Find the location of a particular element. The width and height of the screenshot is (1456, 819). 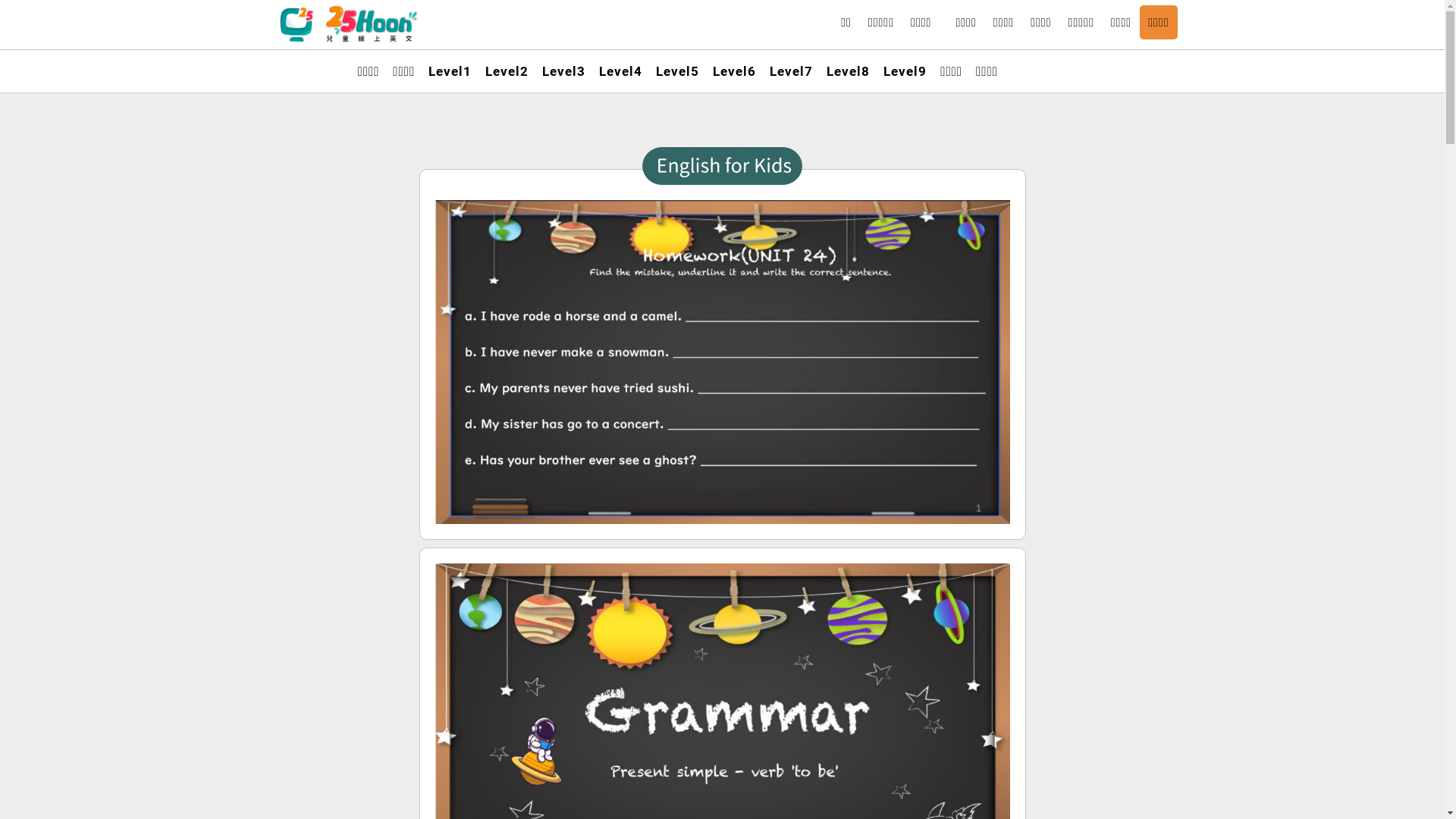

'English for kids' is located at coordinates (642, 166).